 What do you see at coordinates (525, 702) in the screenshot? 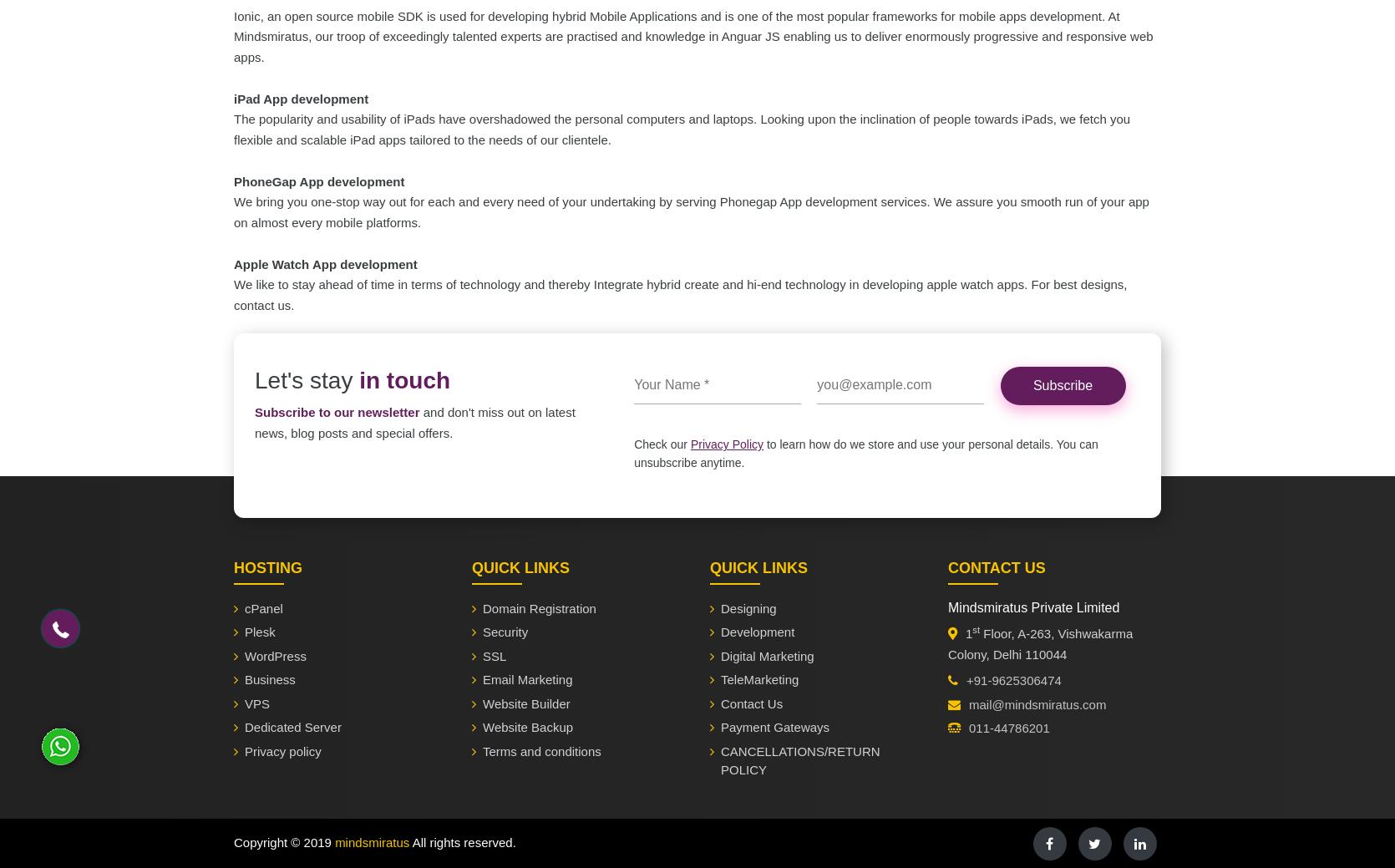
I see `'Website Builder'` at bounding box center [525, 702].